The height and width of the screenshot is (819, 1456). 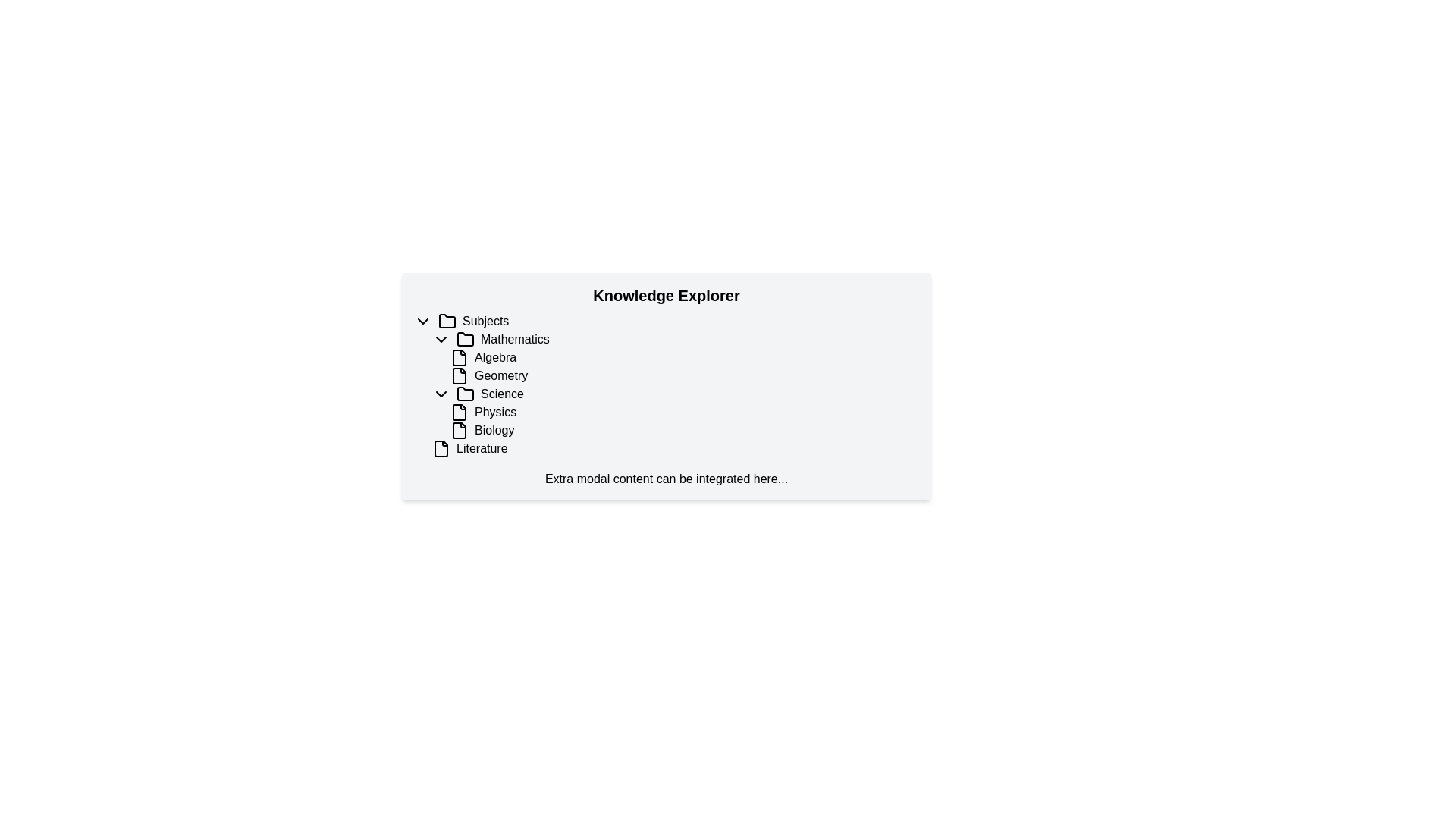 What do you see at coordinates (447, 320) in the screenshot?
I see `the 'Subjects' folder icon located near the top-left of the knowledge categories tree structure` at bounding box center [447, 320].